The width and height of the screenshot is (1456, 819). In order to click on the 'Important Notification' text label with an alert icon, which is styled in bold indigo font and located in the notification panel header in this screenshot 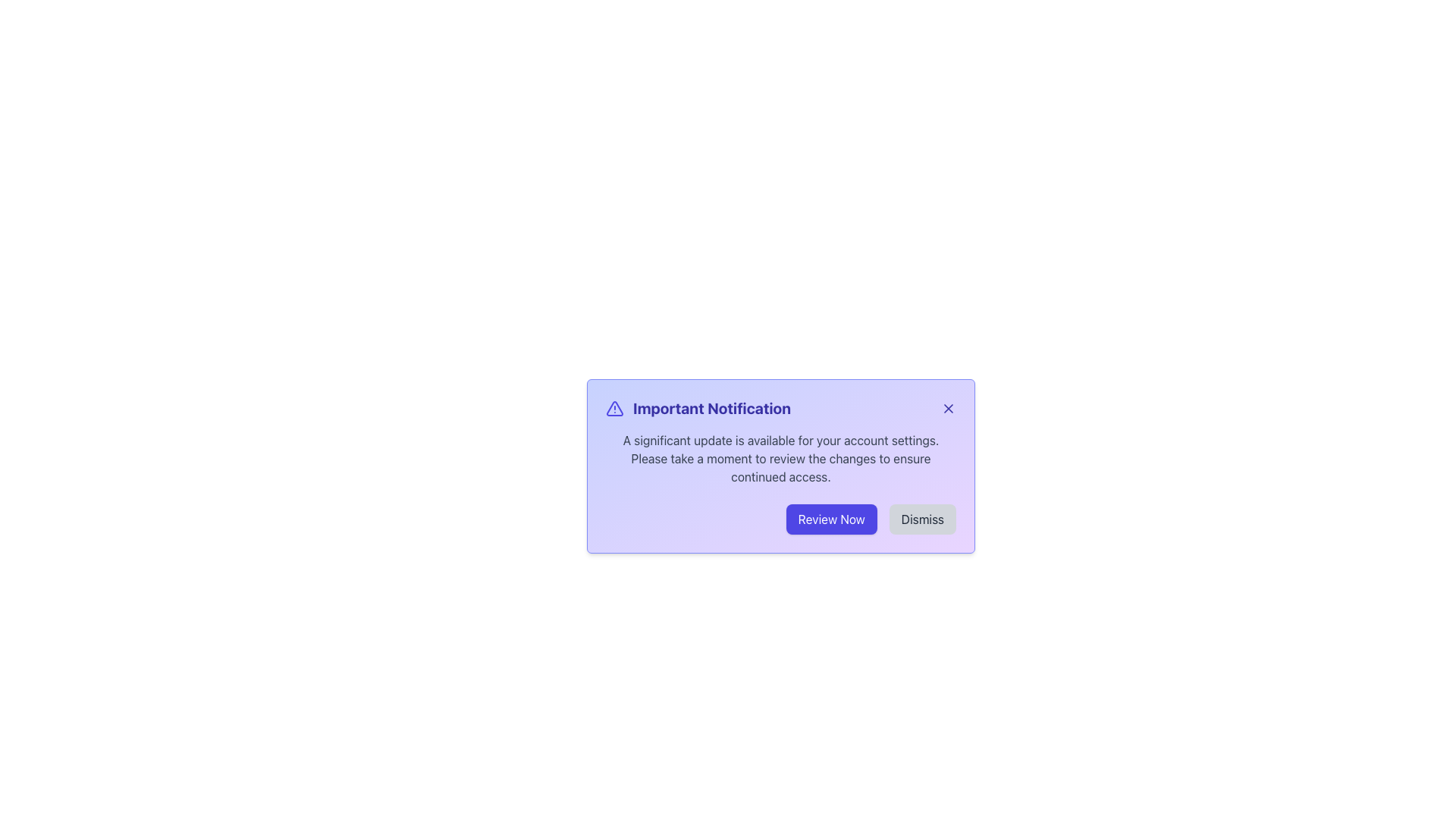, I will do `click(781, 408)`.